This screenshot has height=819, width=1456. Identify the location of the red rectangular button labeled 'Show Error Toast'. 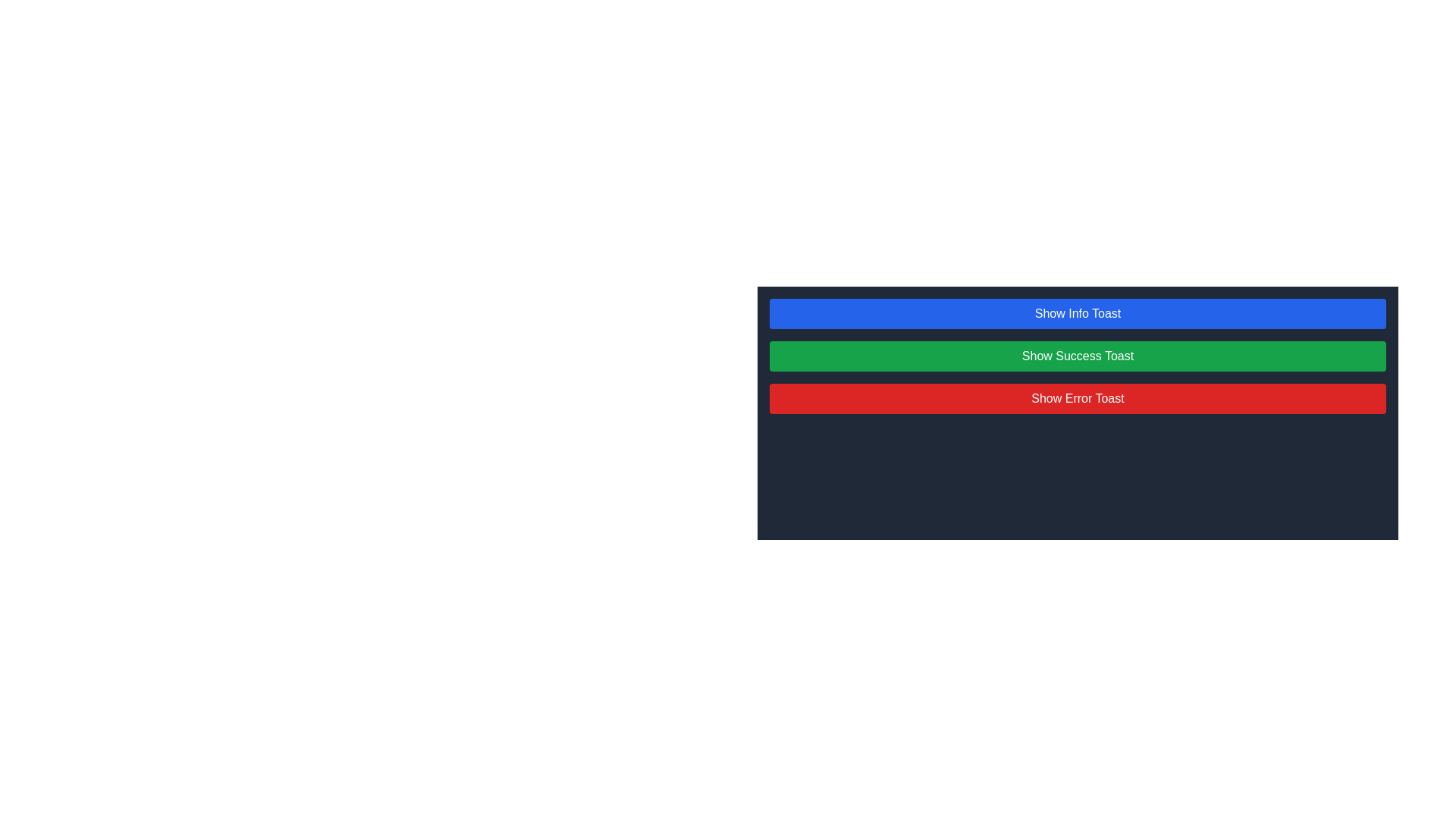
(1077, 397).